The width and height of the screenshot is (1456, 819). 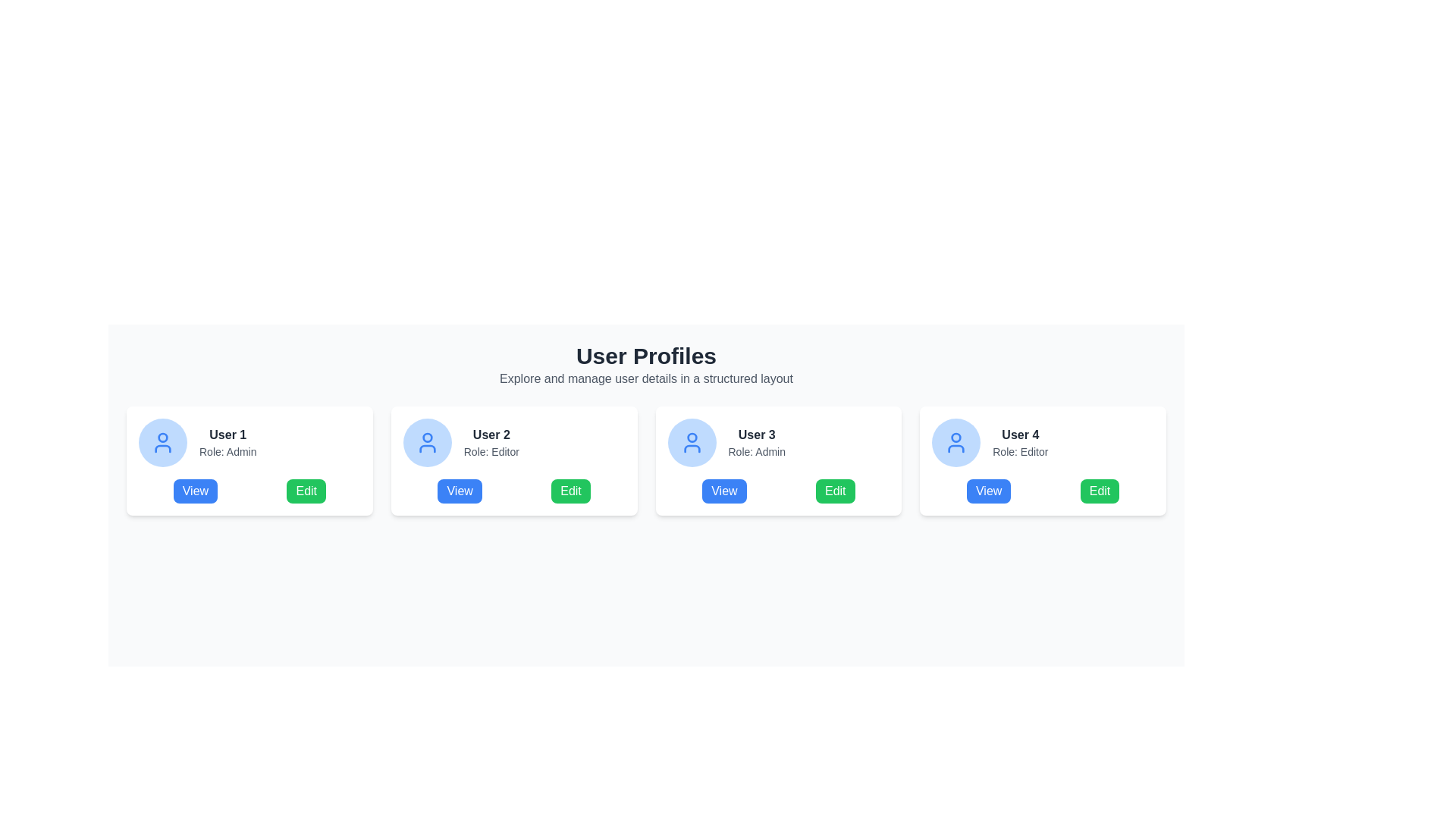 What do you see at coordinates (1020, 451) in the screenshot?
I see `the text label that reads 'Role: Editor', which is styled in gray and positioned below 'User 4' in the fourth user profile card` at bounding box center [1020, 451].